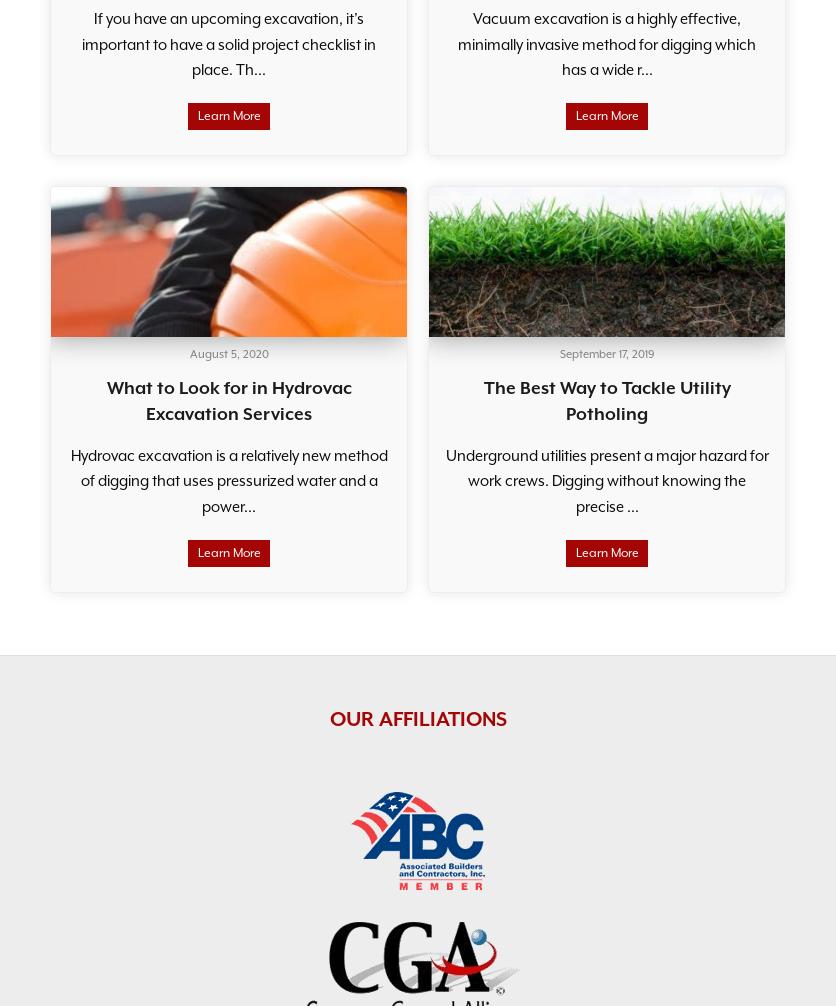  Describe the element at coordinates (228, 353) in the screenshot. I see `'August 5, 2020'` at that location.